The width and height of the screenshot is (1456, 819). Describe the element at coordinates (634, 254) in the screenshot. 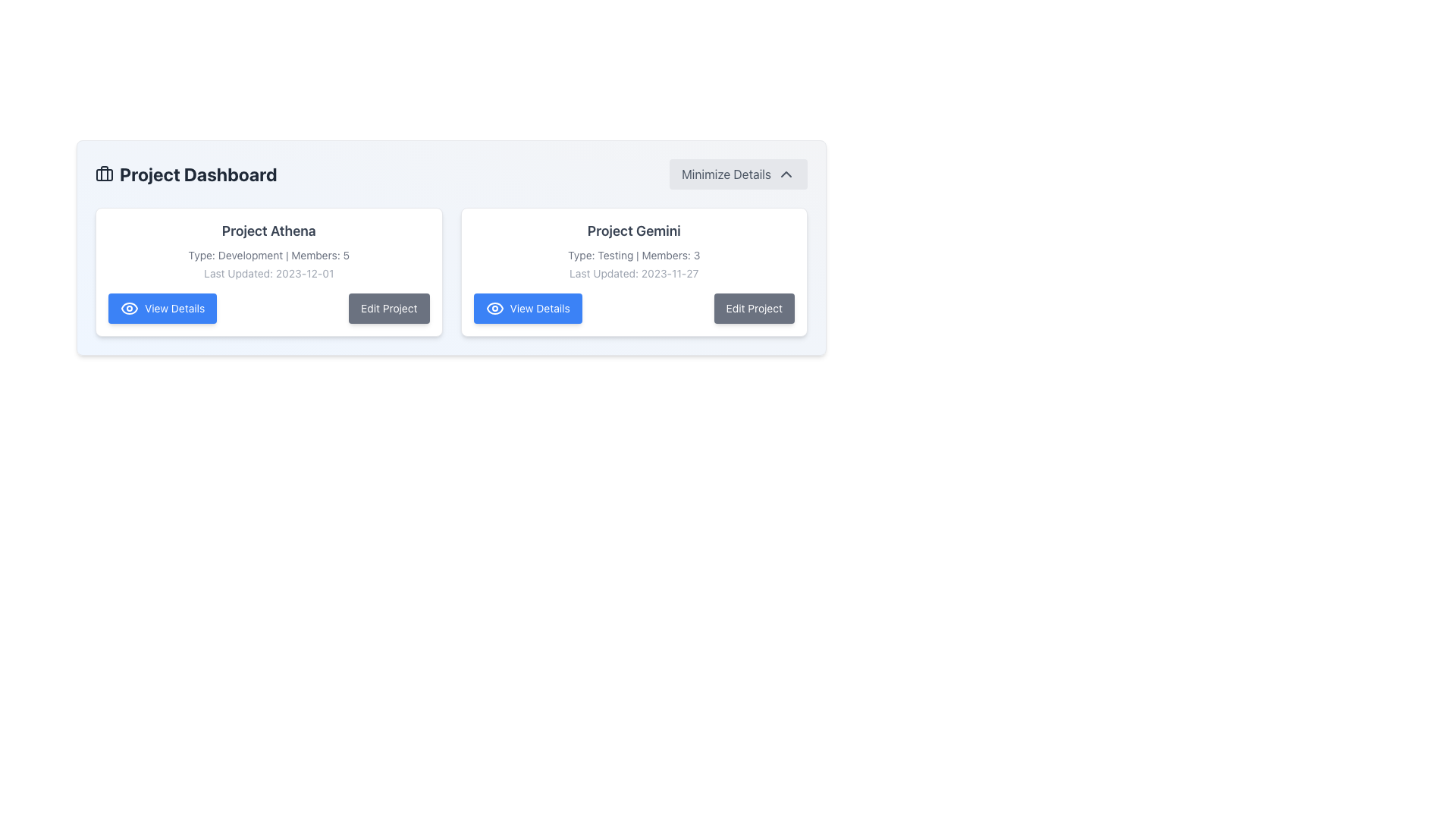

I see `information displayed in the text label showing 'Type: Testing | Members: 3' within the 'Project Gemini' card on the dashboard interface` at that location.